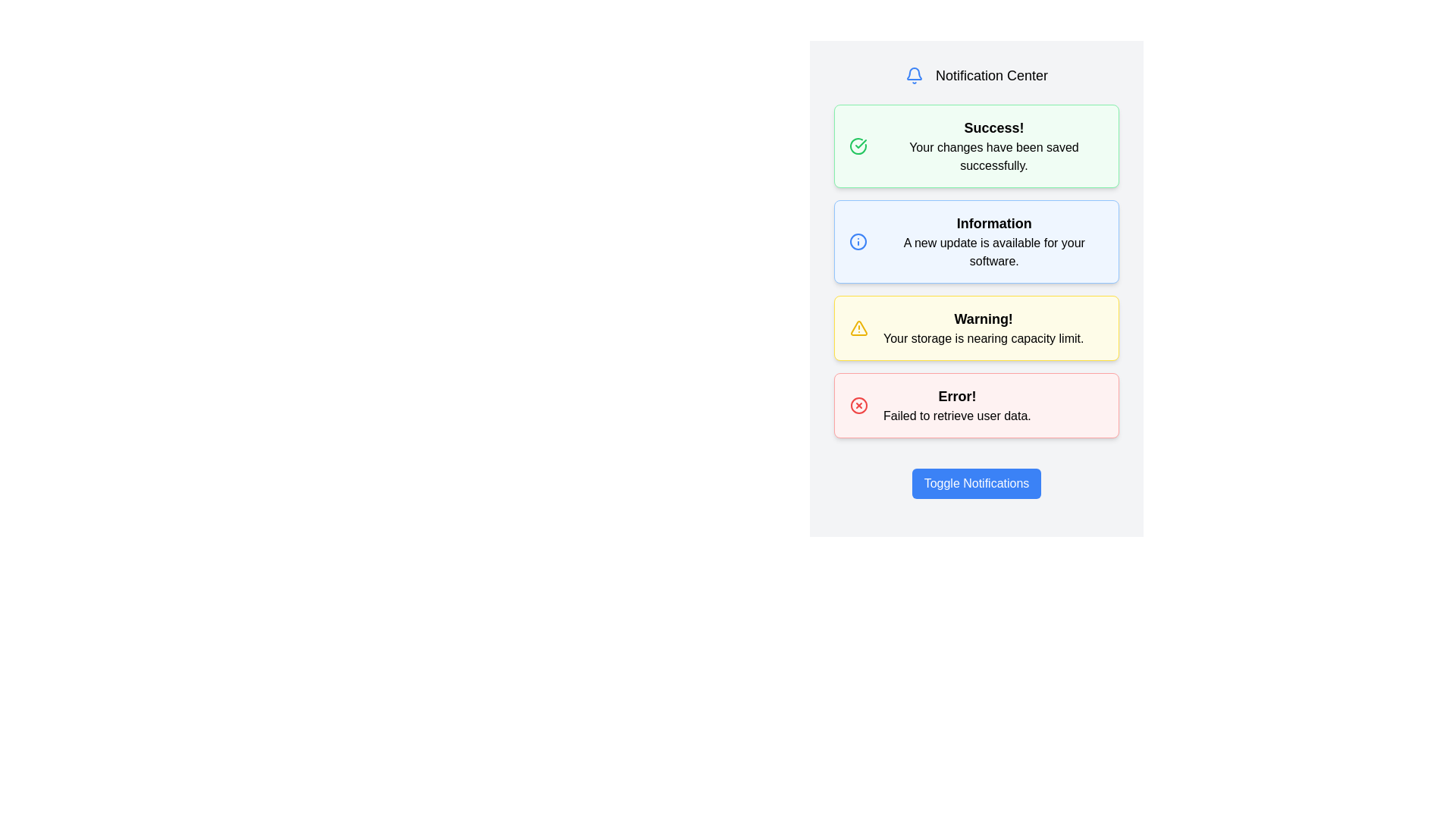 The height and width of the screenshot is (819, 1456). I want to click on the Text Label that serves as a heading to convey the error state of the notification, positioned at the bottom of a vertical stack of notifications, so click(956, 396).